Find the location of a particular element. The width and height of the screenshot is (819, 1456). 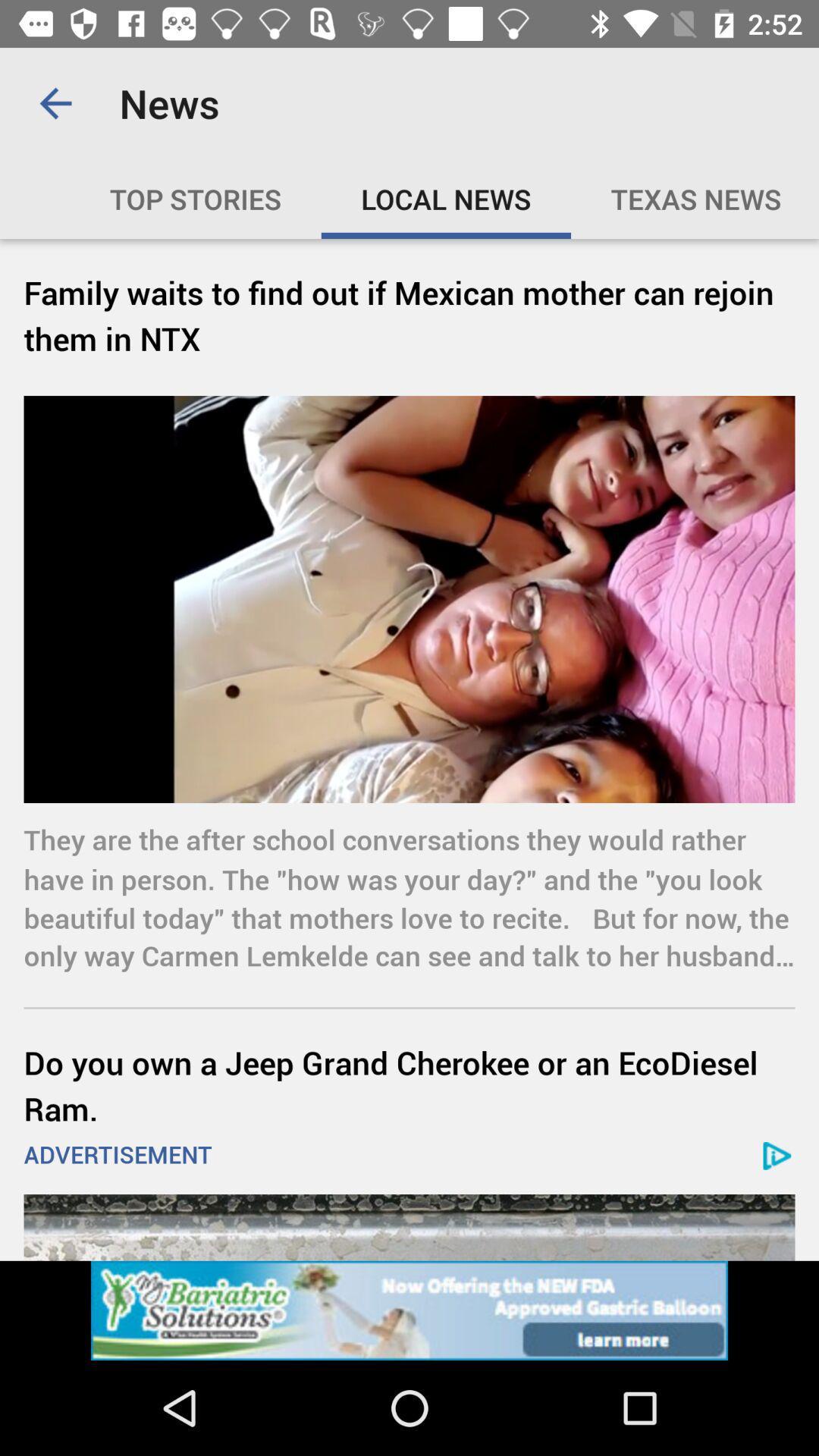

so the advertisement is located at coordinates (409, 1310).